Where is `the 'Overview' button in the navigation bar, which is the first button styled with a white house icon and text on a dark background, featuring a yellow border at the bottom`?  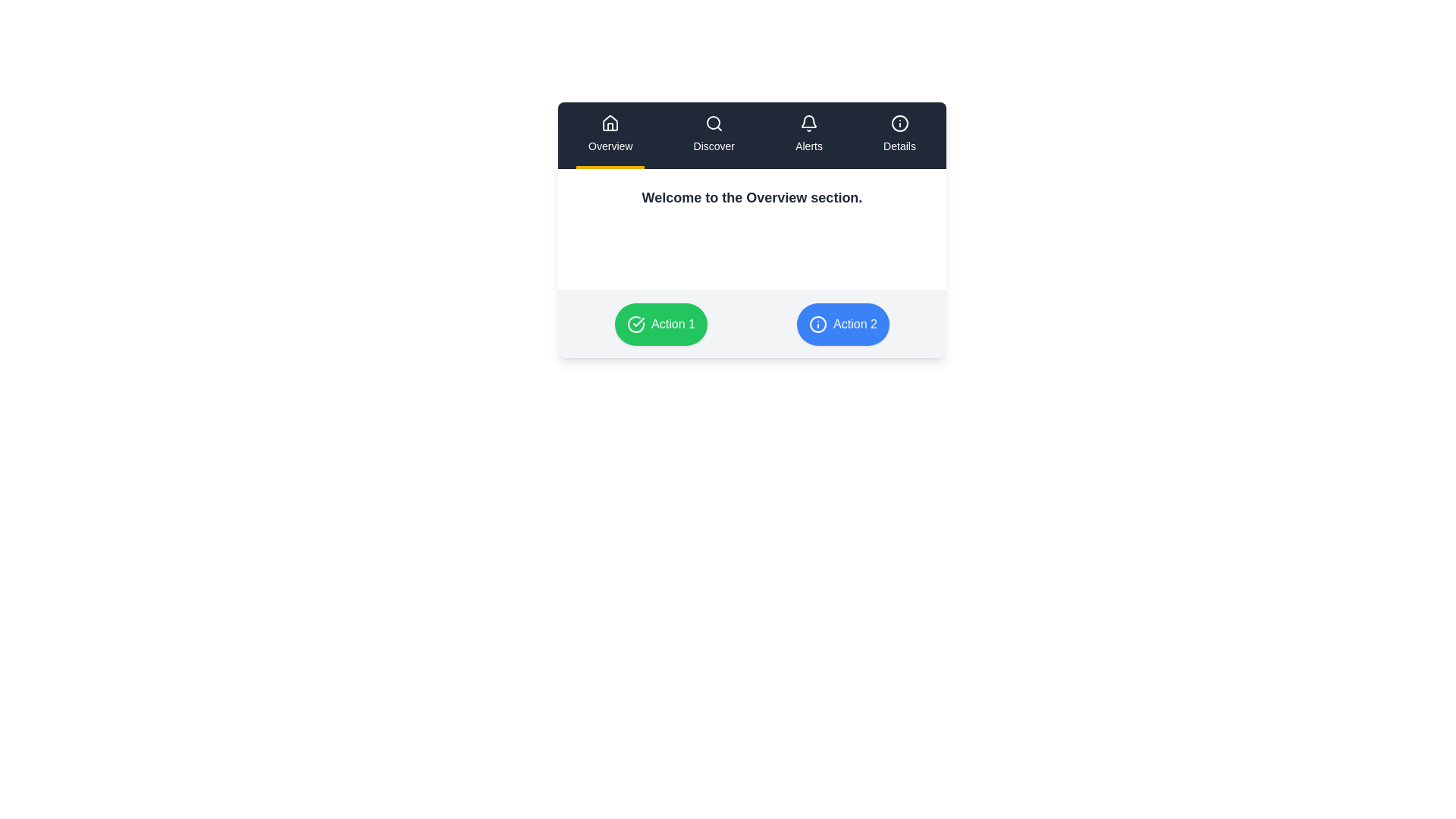 the 'Overview' button in the navigation bar, which is the first button styled with a white house icon and text on a dark background, featuring a yellow border at the bottom is located at coordinates (610, 134).